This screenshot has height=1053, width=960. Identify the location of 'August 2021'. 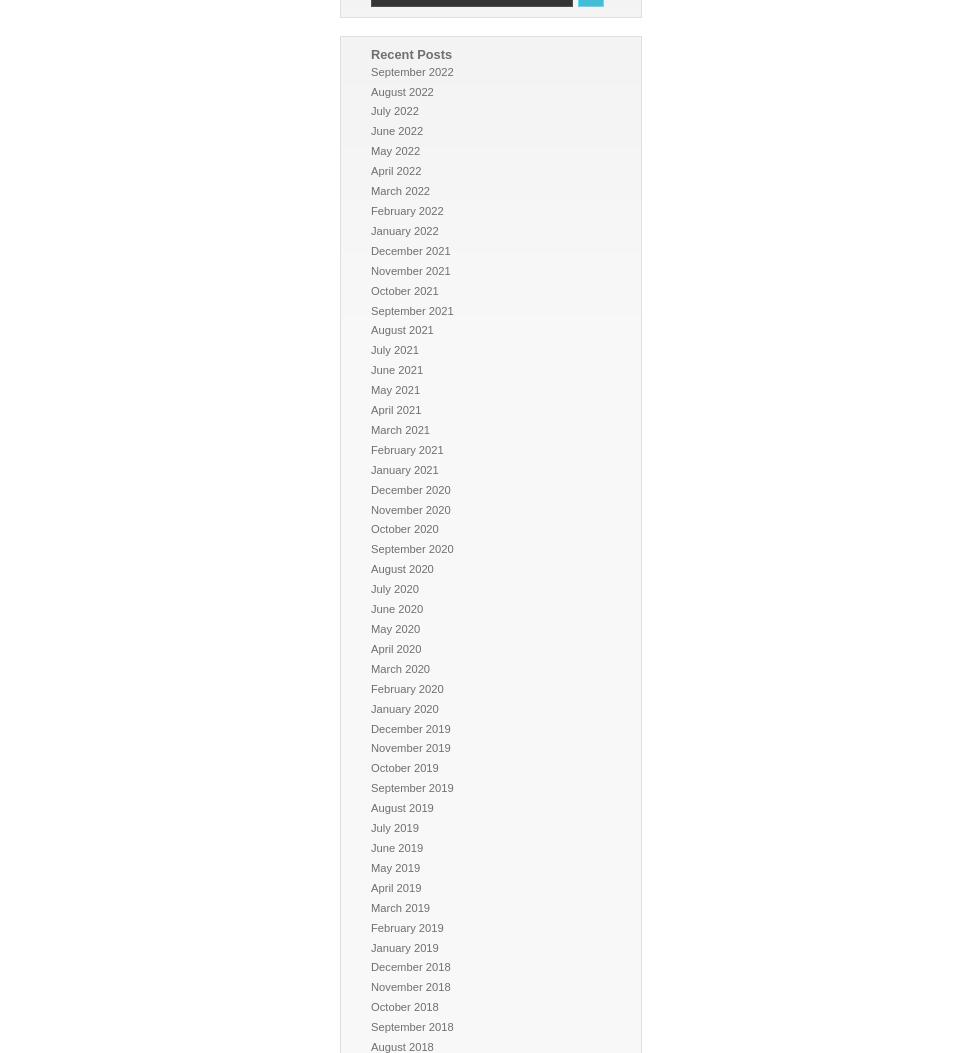
(401, 330).